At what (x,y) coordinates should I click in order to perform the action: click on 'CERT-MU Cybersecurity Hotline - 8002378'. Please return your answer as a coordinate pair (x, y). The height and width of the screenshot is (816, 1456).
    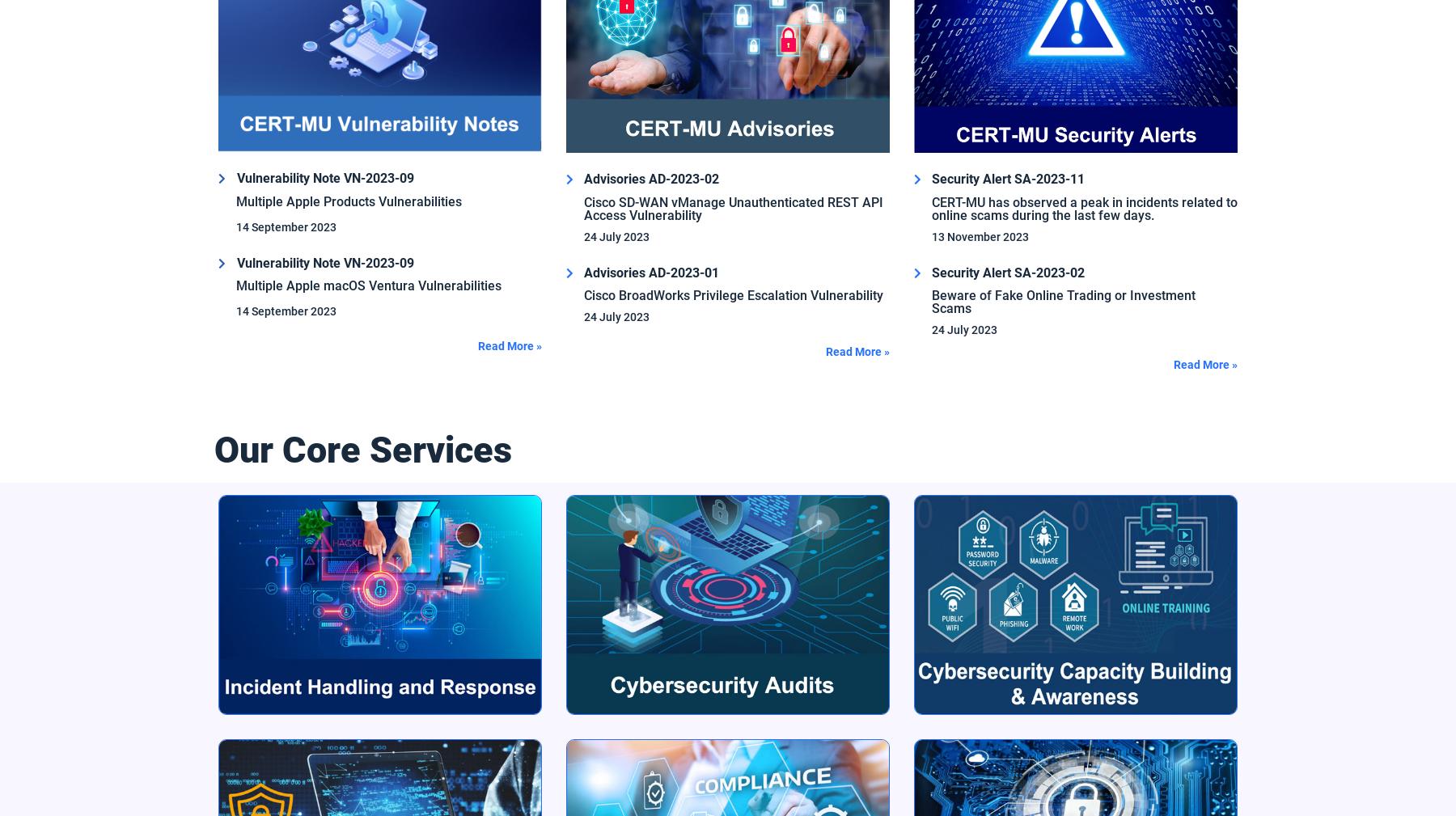
    Looking at the image, I should click on (324, 455).